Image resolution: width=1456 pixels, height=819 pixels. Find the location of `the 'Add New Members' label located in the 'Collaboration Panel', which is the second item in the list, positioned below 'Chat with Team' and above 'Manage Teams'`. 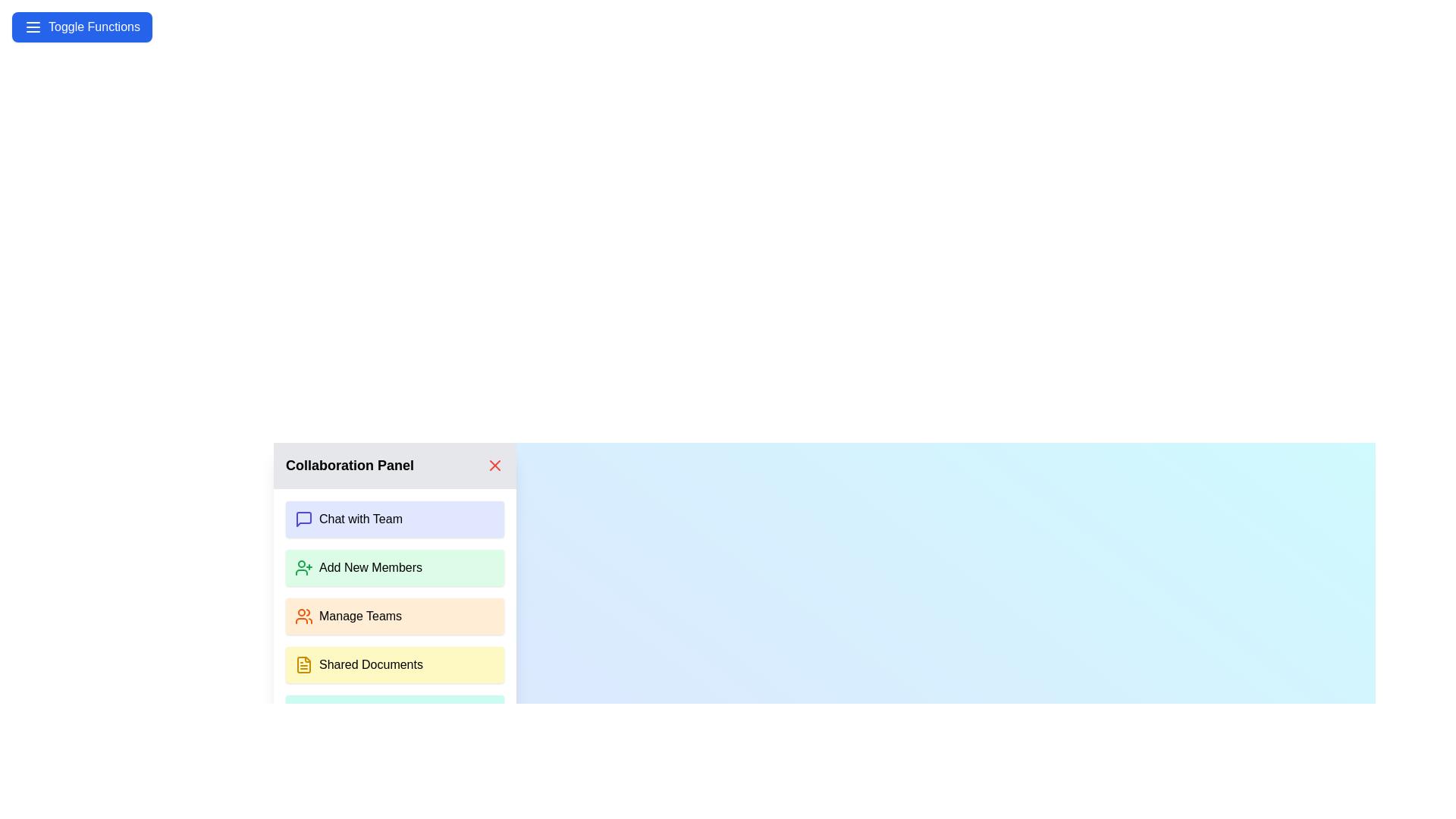

the 'Add New Members' label located in the 'Collaboration Panel', which is the second item in the list, positioned below 'Chat with Team' and above 'Manage Teams' is located at coordinates (371, 567).